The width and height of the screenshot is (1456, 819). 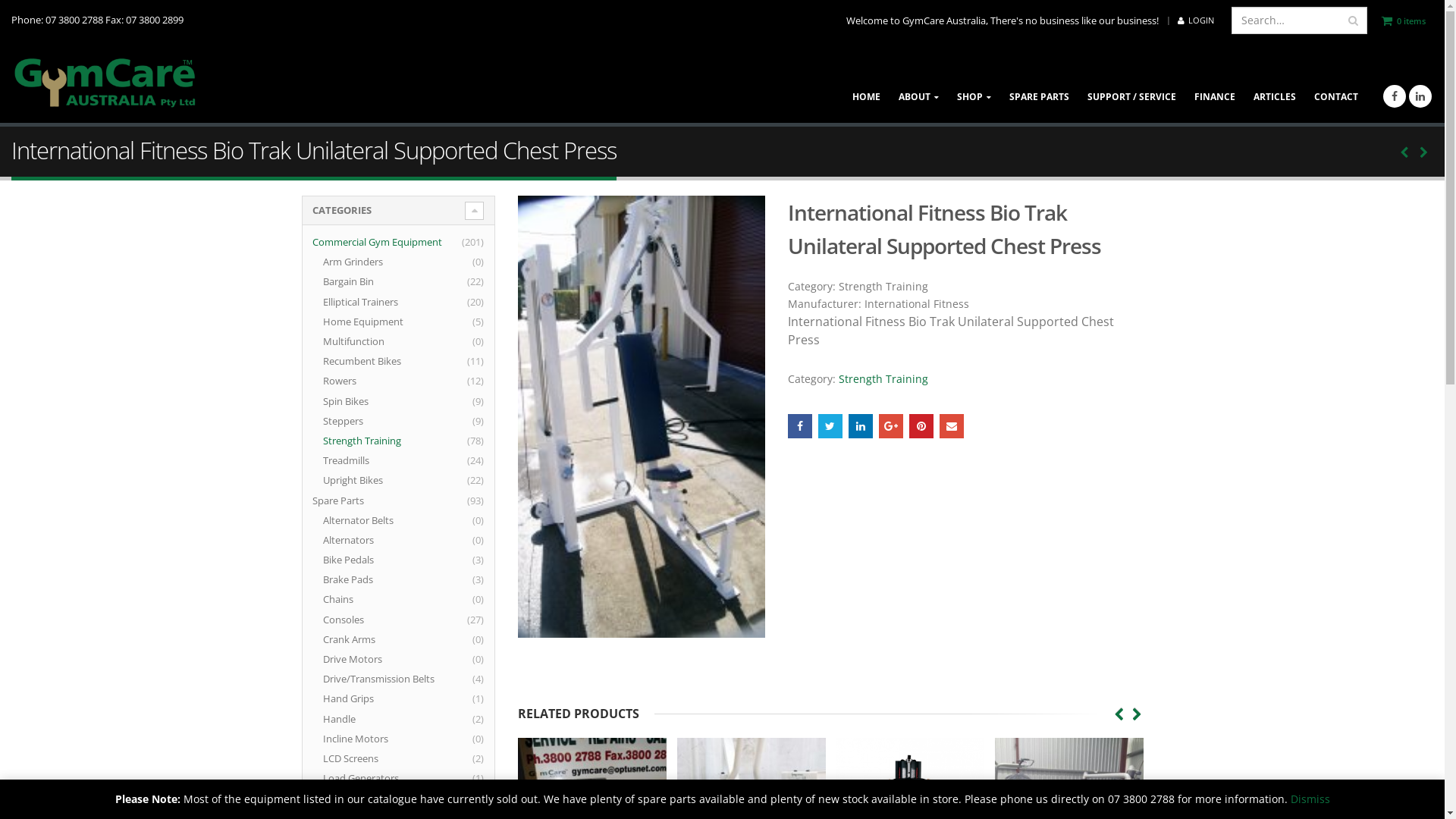 I want to click on 'Twitter', so click(x=829, y=426).